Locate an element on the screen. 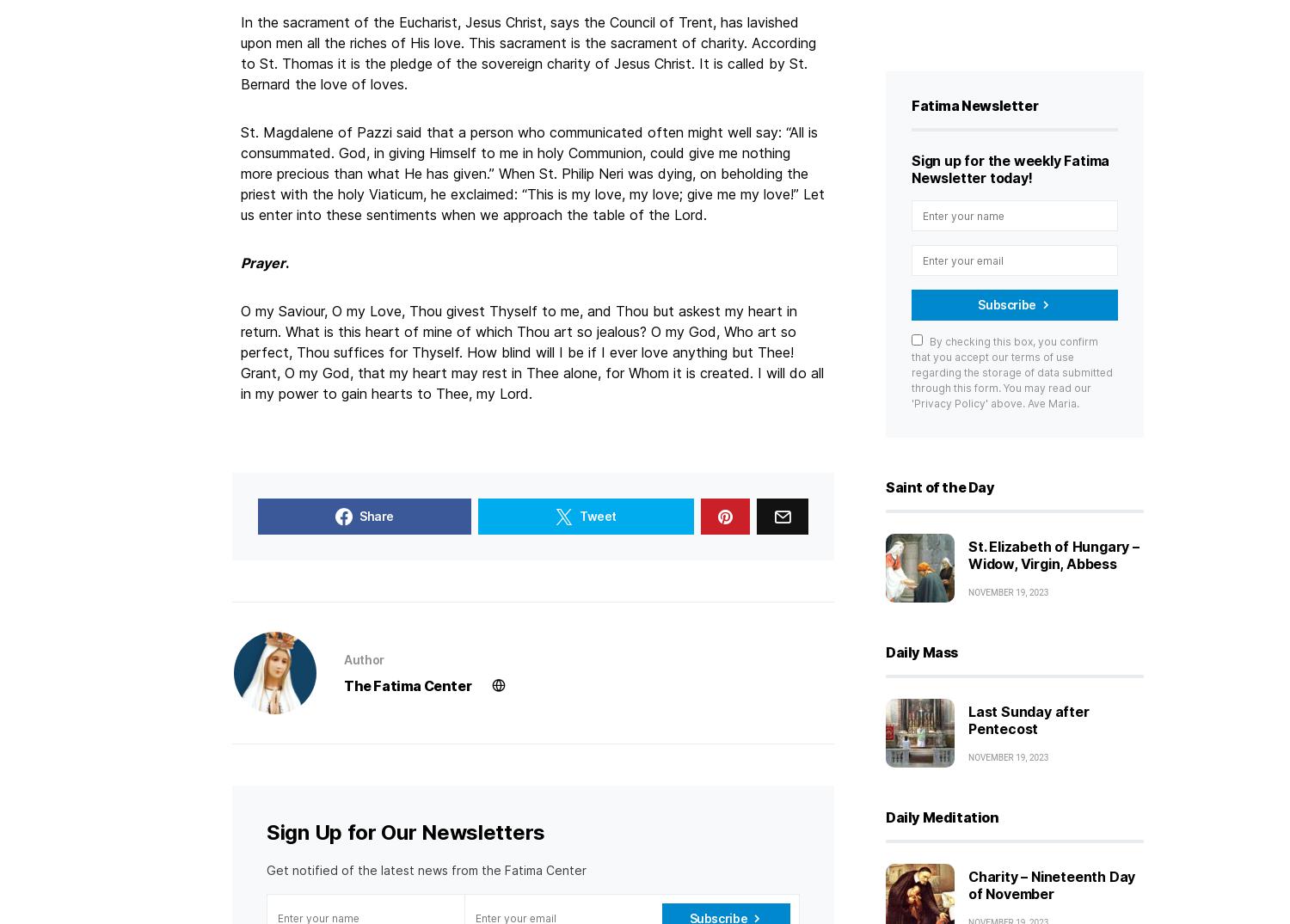  'Author' is located at coordinates (363, 658).